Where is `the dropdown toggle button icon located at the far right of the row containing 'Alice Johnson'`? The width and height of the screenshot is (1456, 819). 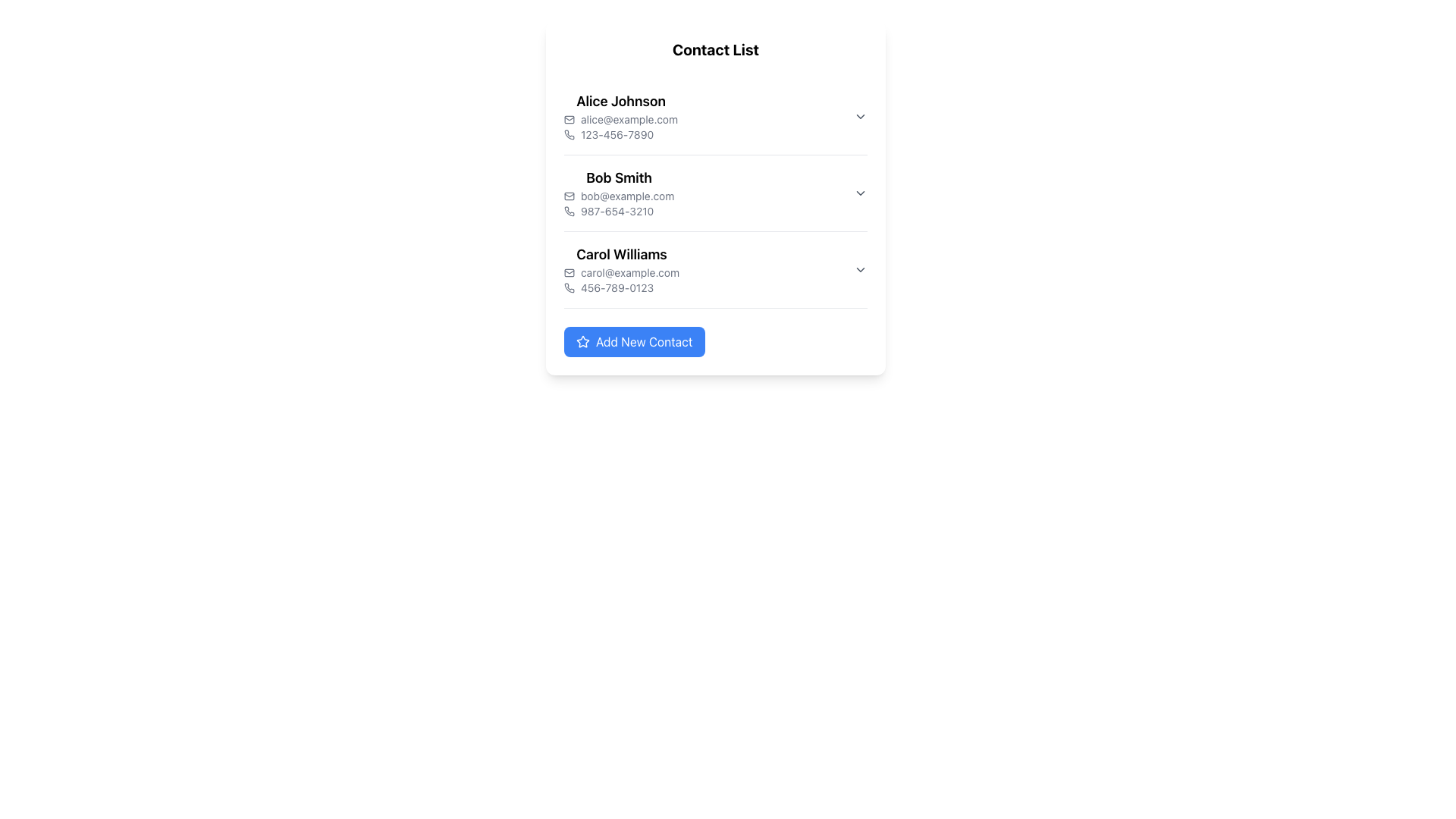
the dropdown toggle button icon located at the far right of the row containing 'Alice Johnson' is located at coordinates (860, 116).